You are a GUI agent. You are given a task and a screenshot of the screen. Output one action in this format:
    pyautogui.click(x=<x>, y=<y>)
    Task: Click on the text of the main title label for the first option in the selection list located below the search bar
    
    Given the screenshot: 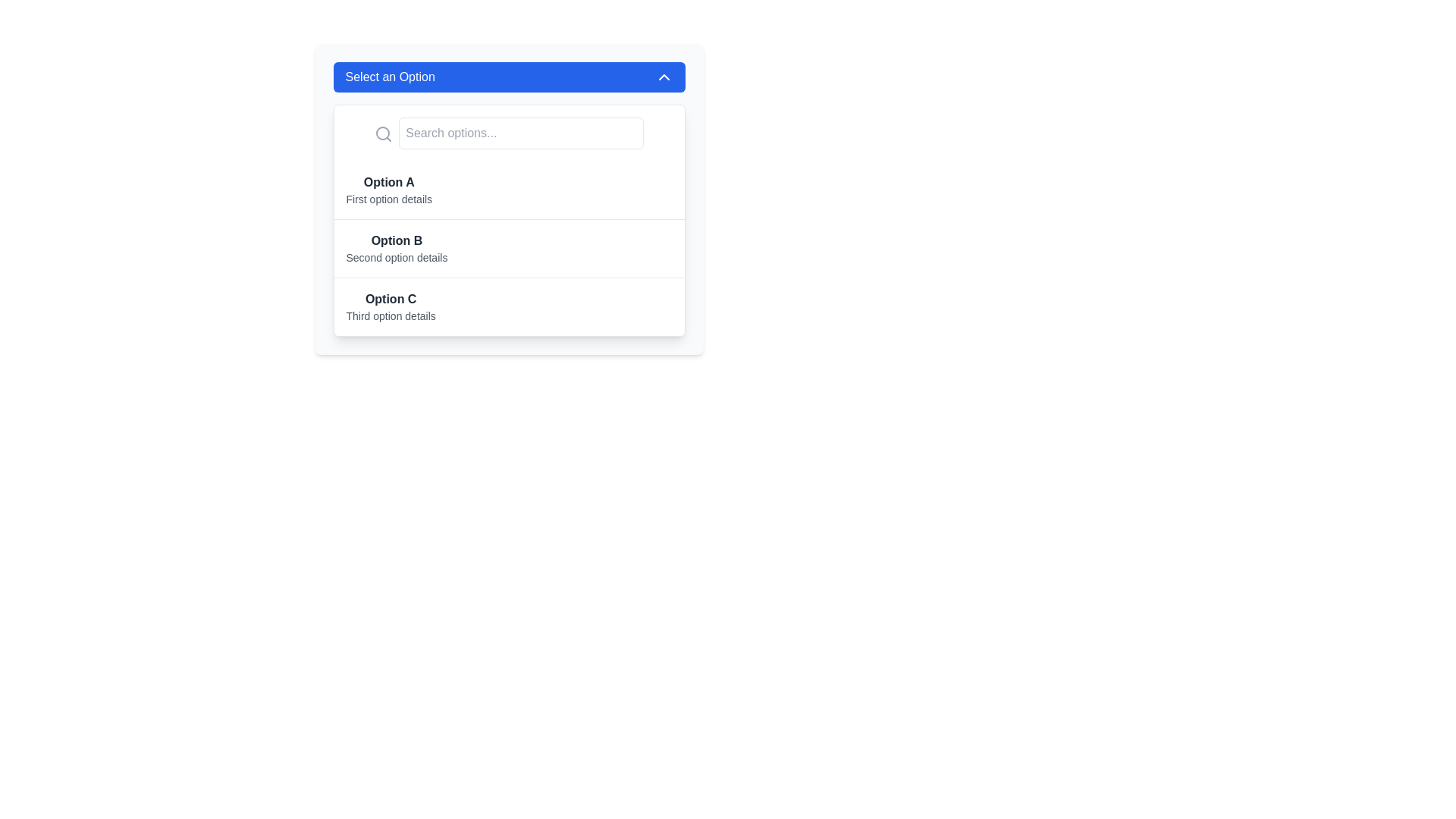 What is the action you would take?
    pyautogui.click(x=389, y=181)
    